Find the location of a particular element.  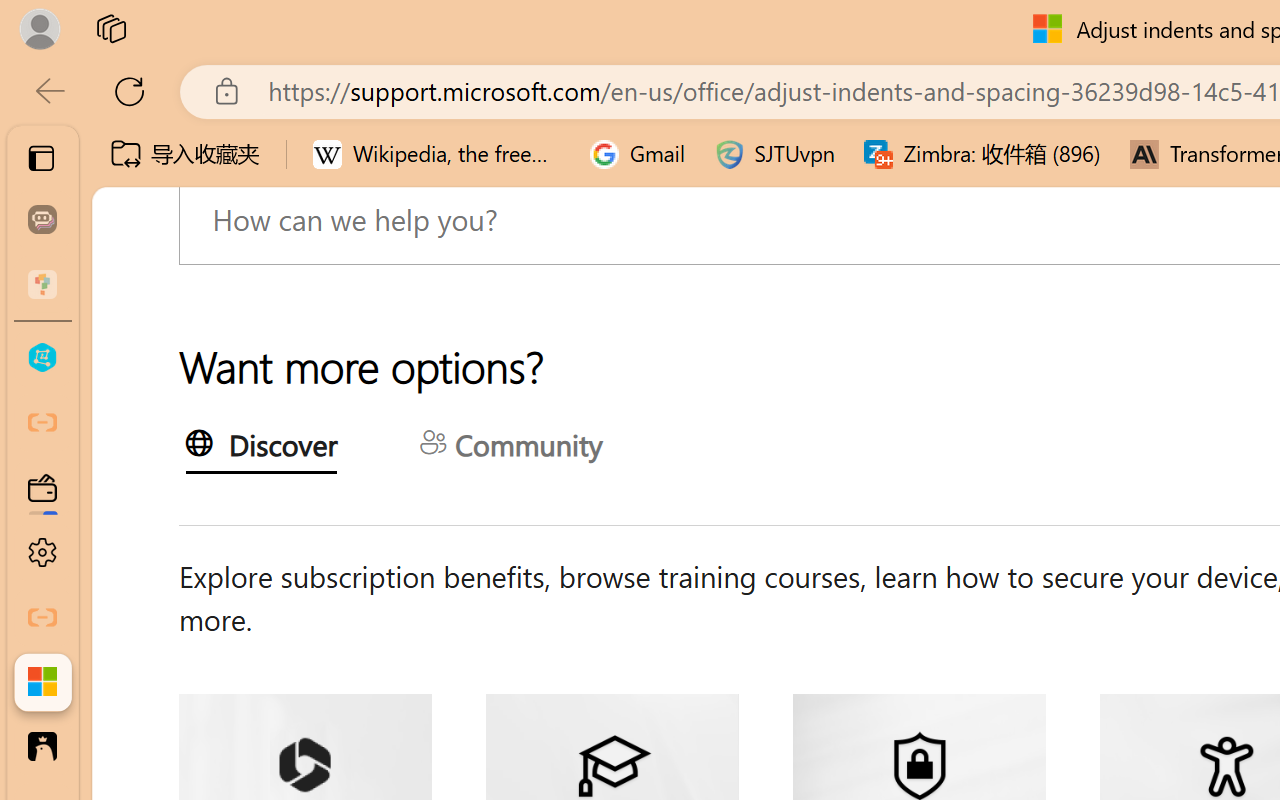

'Discover' is located at coordinates (260, 448).